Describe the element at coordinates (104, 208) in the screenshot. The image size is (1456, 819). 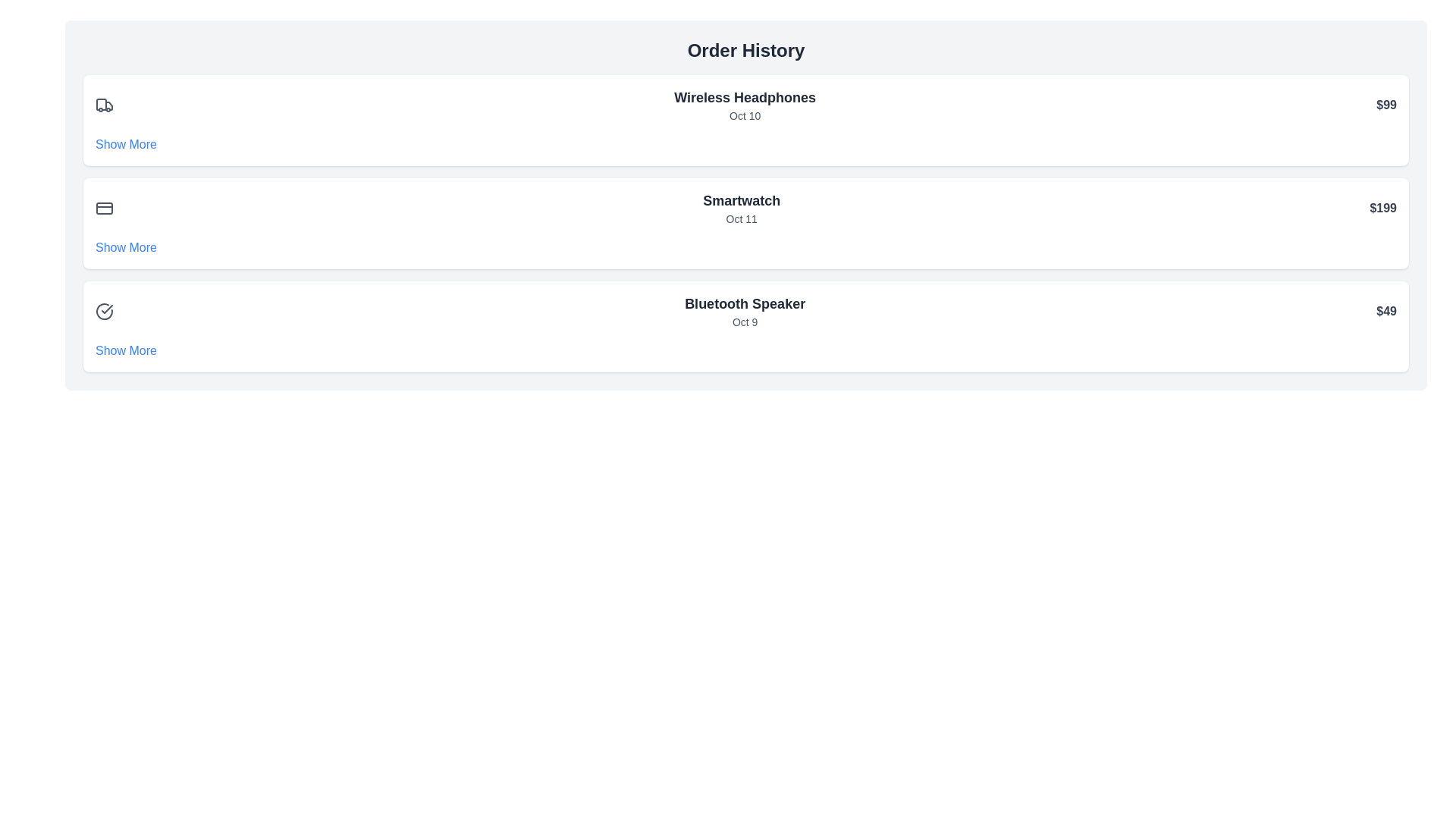
I see `the top rectangular portion of the credit card icon, which is located to the left of the 'Smartwatch' text in the vertical list layout` at that location.